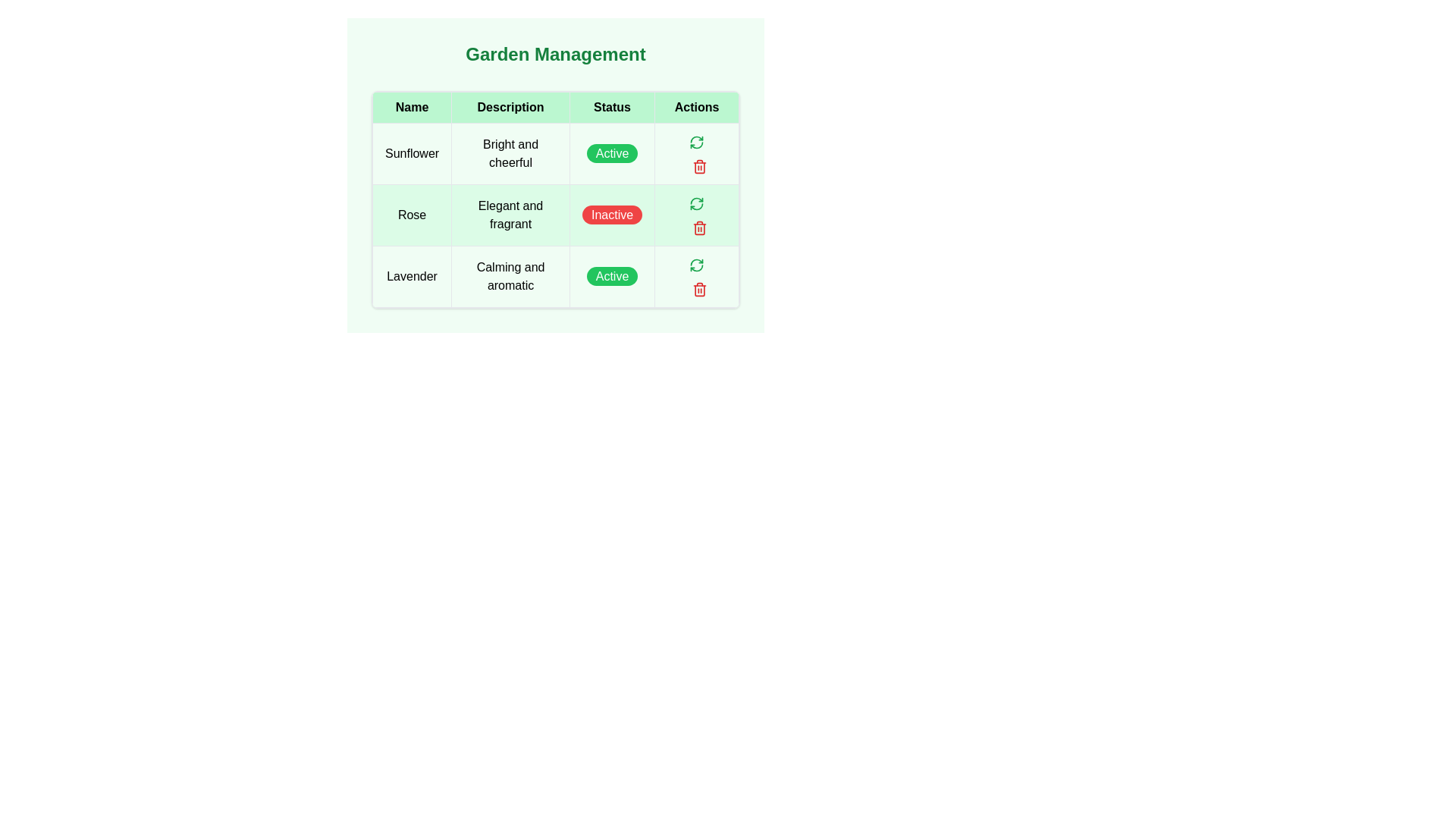  Describe the element at coordinates (612, 277) in the screenshot. I see `the 'Active' status badge for the item 'Lavender' in the Status column of the table` at that location.